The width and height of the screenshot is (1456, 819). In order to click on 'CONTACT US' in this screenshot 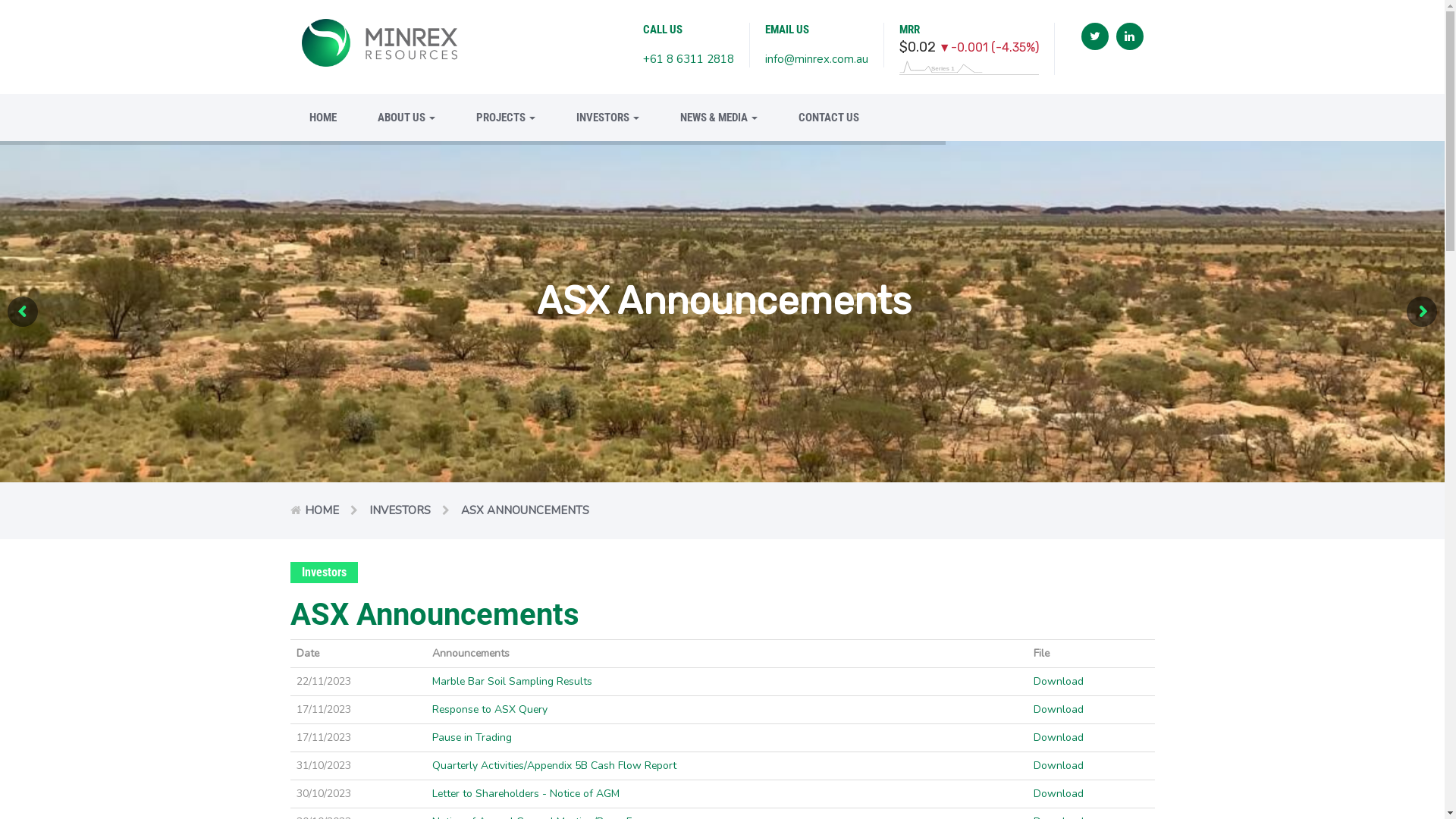, I will do `click(818, 116)`.